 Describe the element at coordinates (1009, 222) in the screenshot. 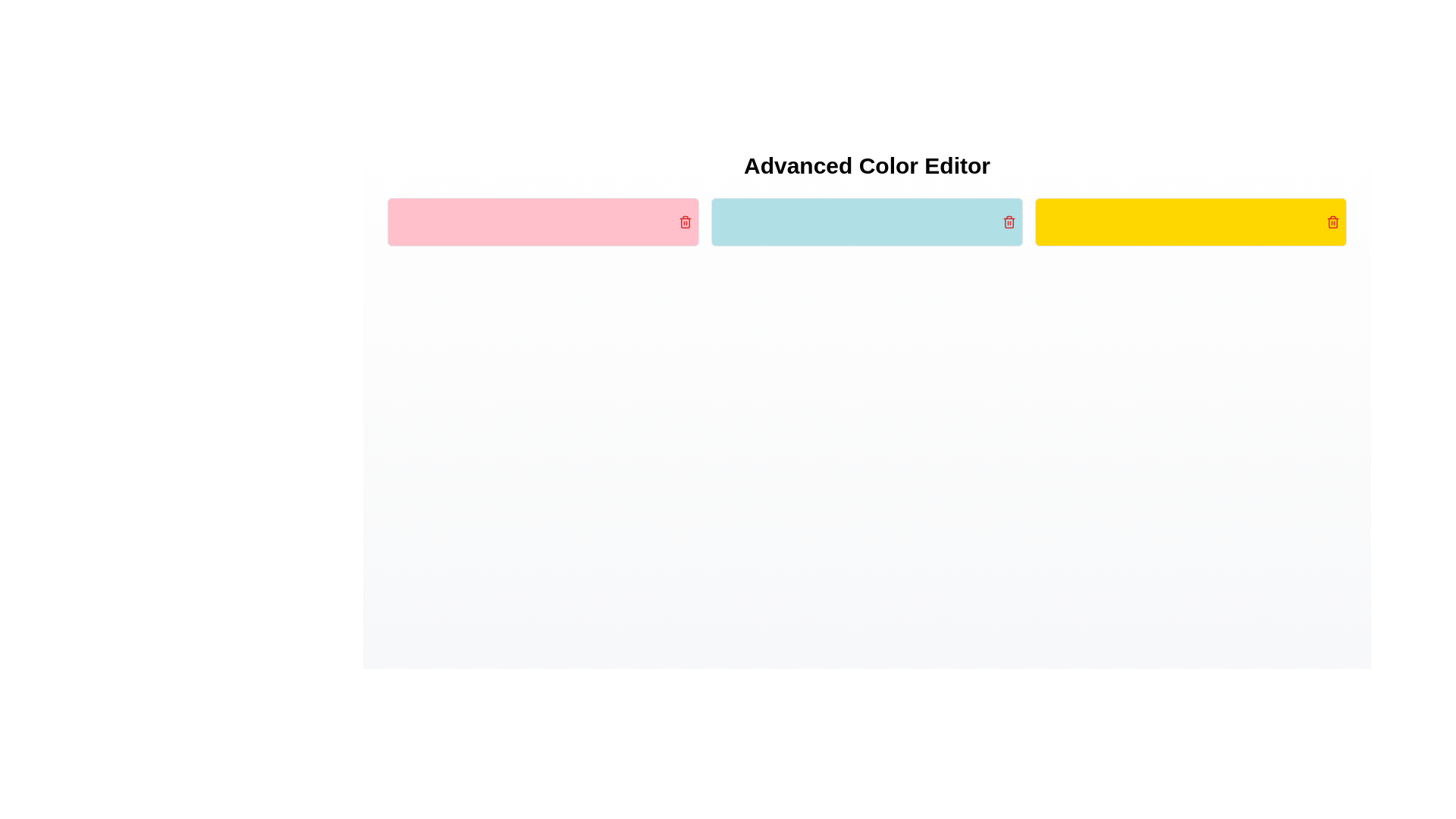

I see `the red trash bin icon, which is the third interactive icon within a light blue section` at that location.